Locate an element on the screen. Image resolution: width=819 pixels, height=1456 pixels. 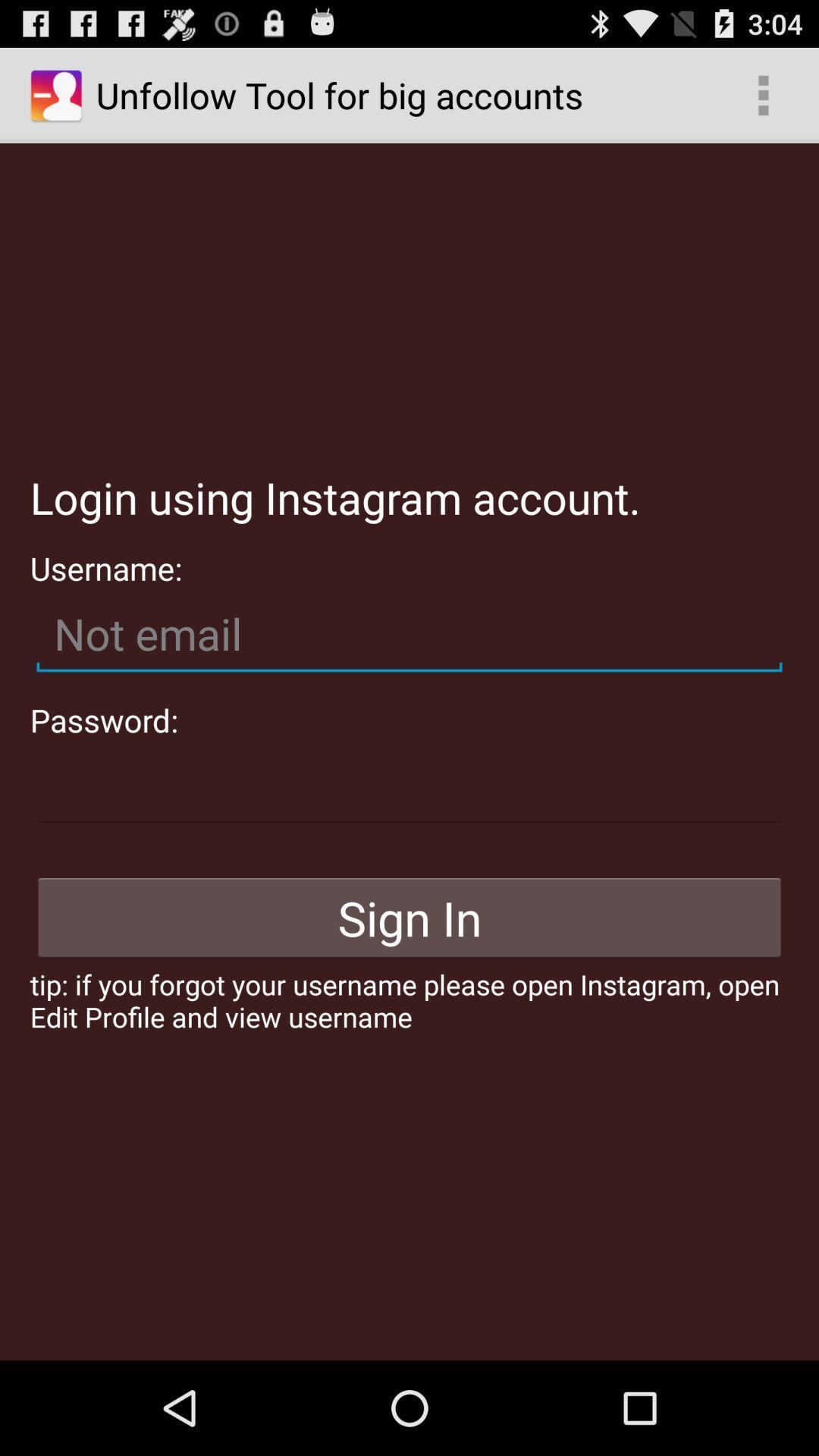
app to the right of unfollow tool for item is located at coordinates (763, 94).